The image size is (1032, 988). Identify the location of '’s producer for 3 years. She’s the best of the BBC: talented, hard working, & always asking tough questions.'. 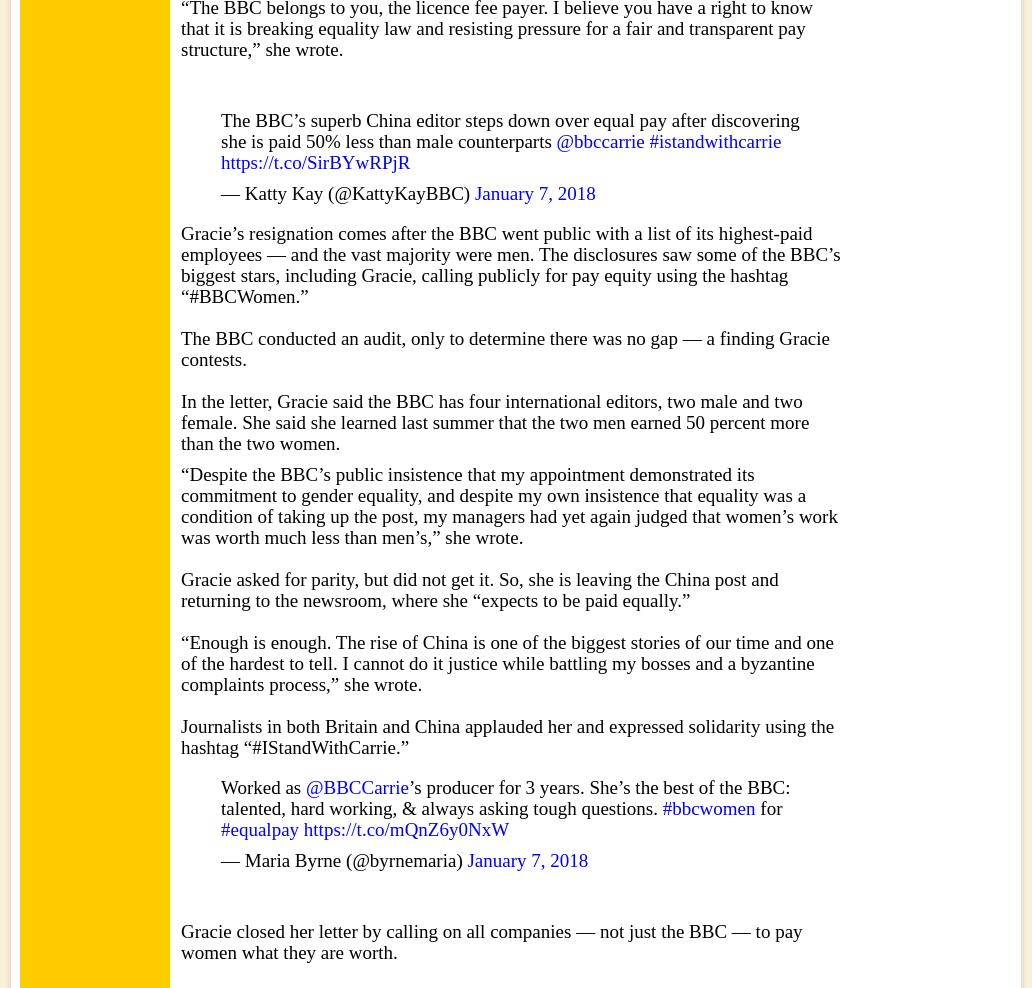
(504, 797).